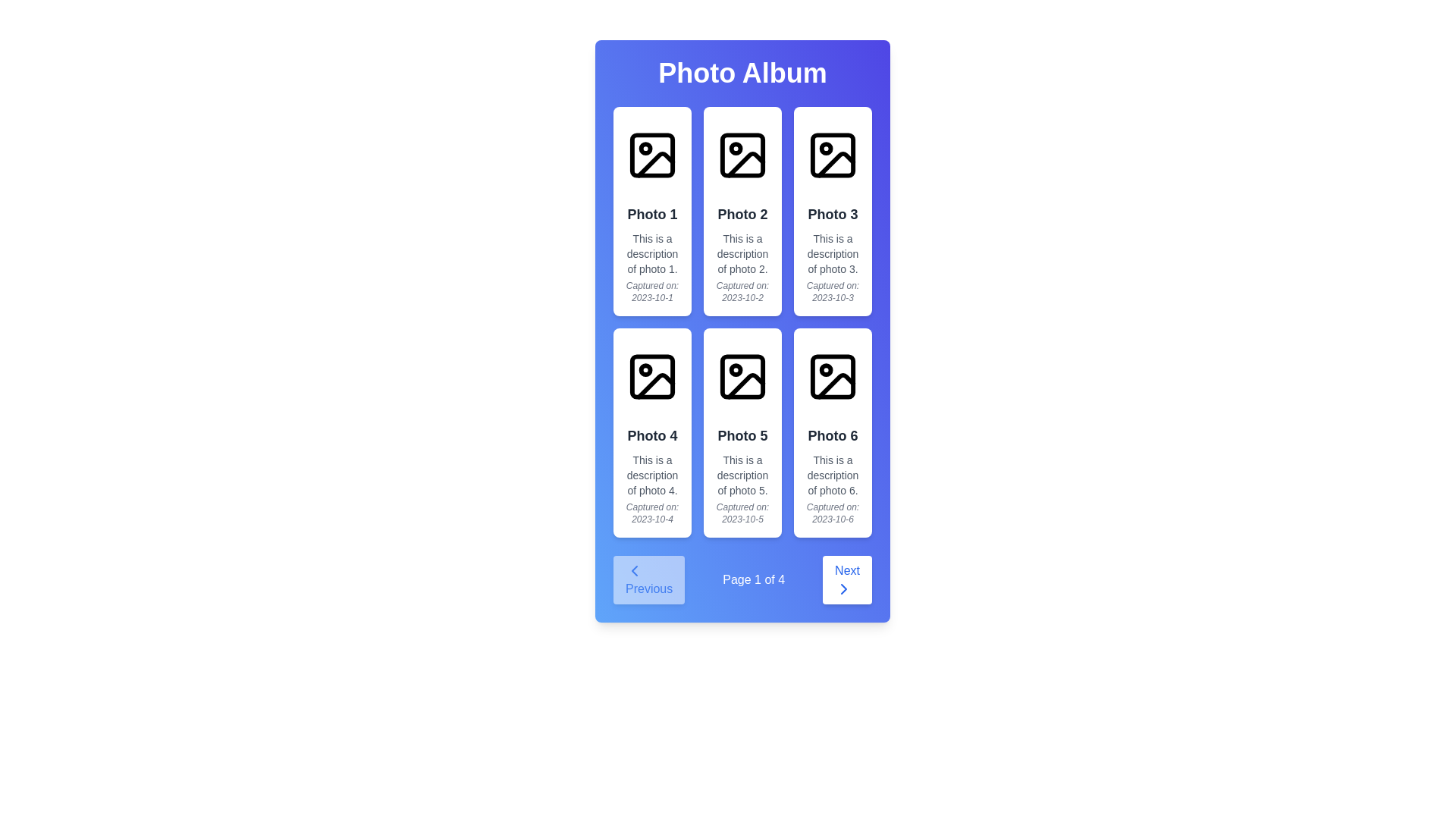  I want to click on the SVG icon depicting a left-pointing chevron inside the 'Previous' button located in the lower-left section of the interface, so click(634, 570).